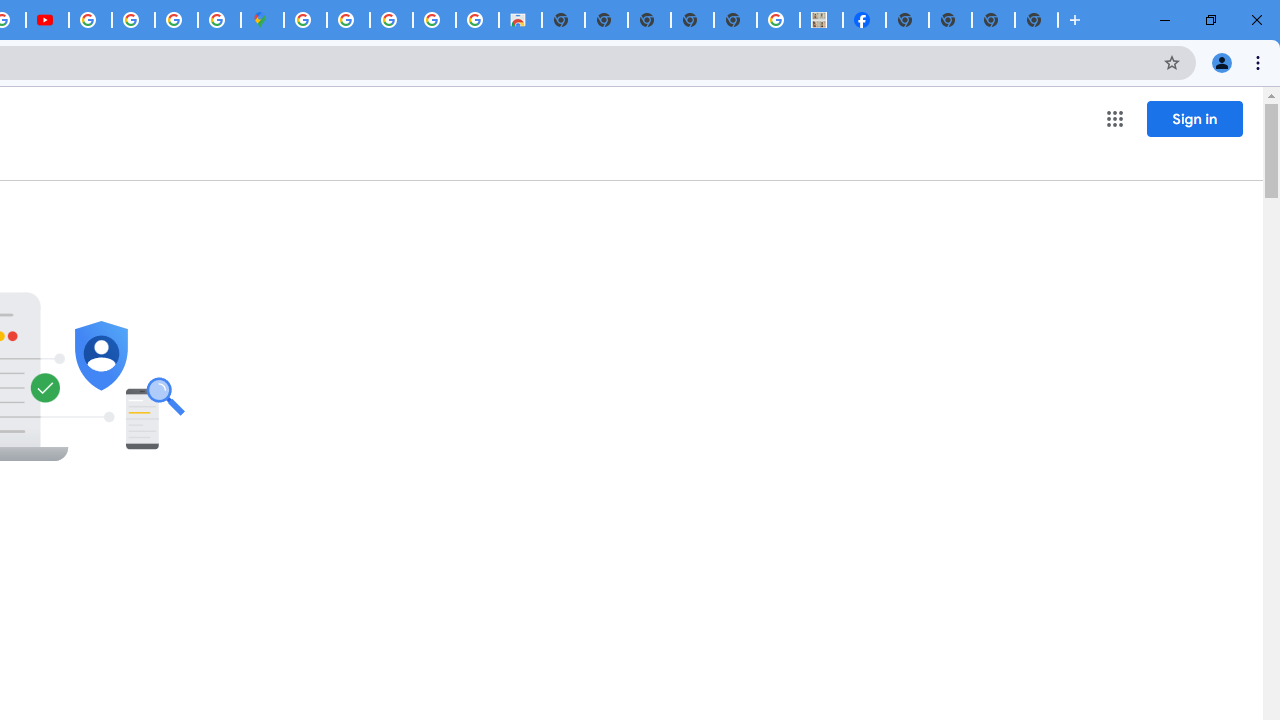 The height and width of the screenshot is (720, 1280). I want to click on 'New Tab', so click(1036, 20).